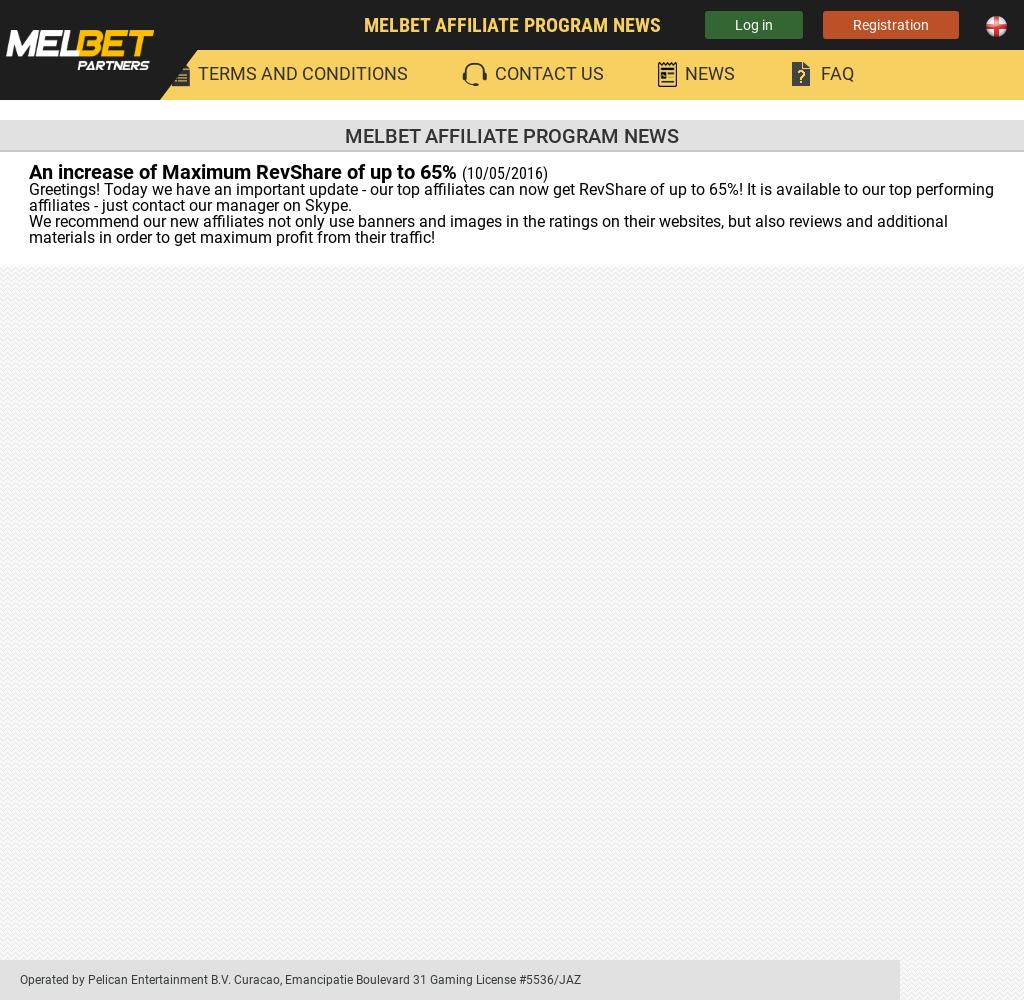 The image size is (1024, 1000). I want to click on 'News', so click(709, 71).